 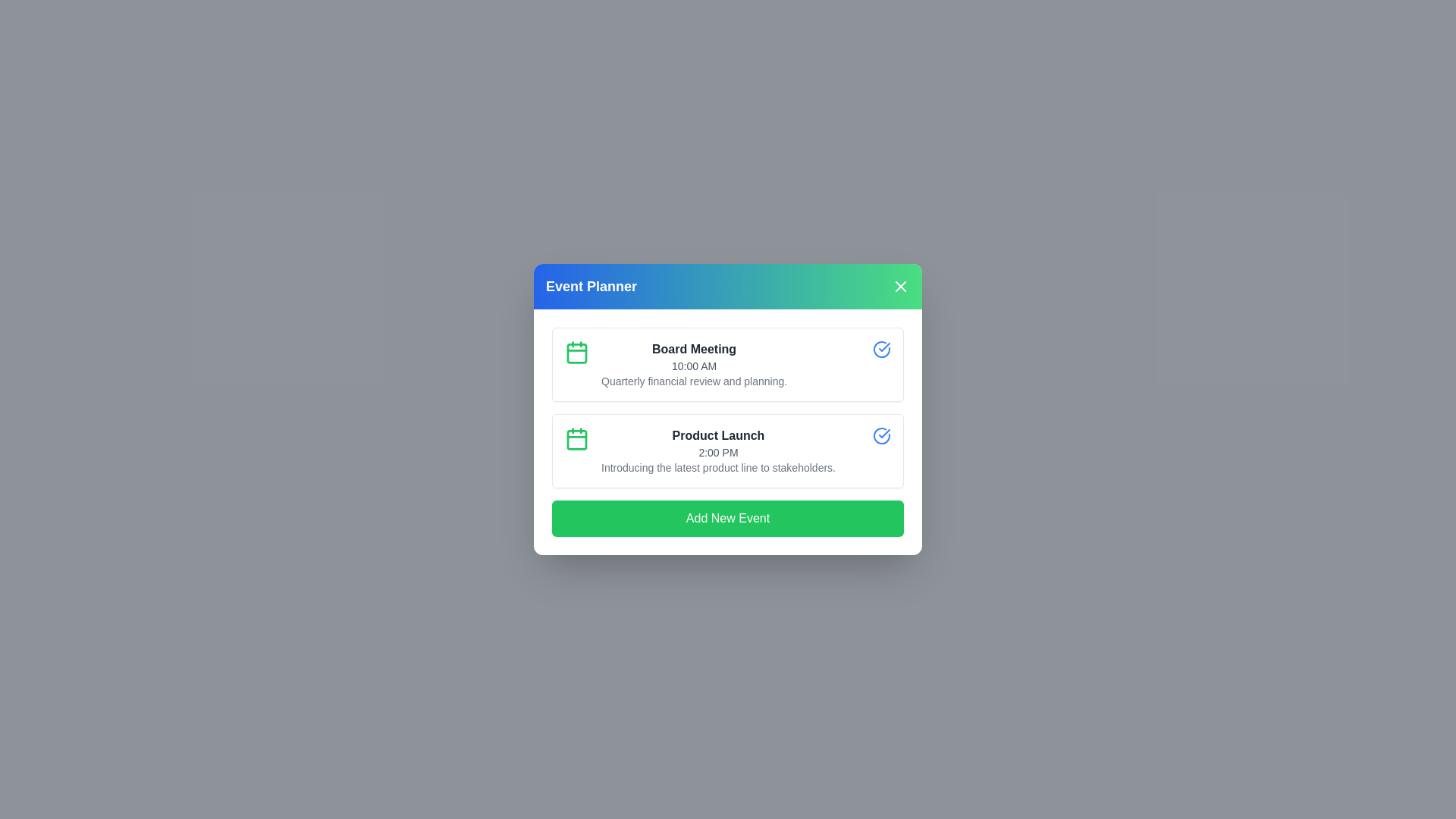 I want to click on the rounded rectangle inside the green calendar icon for the 'Board Meeting' event in the event planner modal, so click(x=576, y=353).